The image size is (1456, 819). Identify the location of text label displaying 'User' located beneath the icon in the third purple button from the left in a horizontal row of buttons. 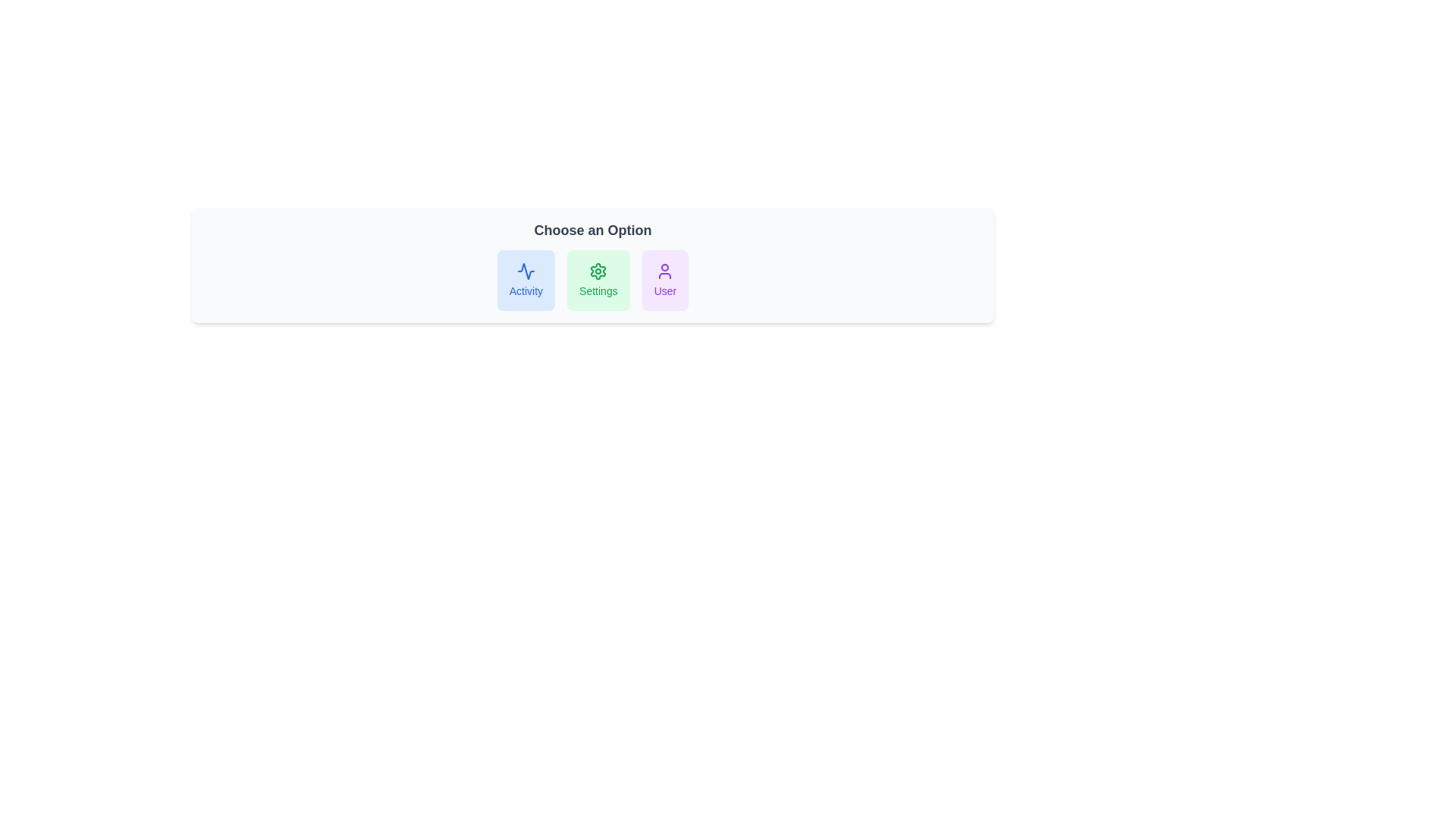
(665, 291).